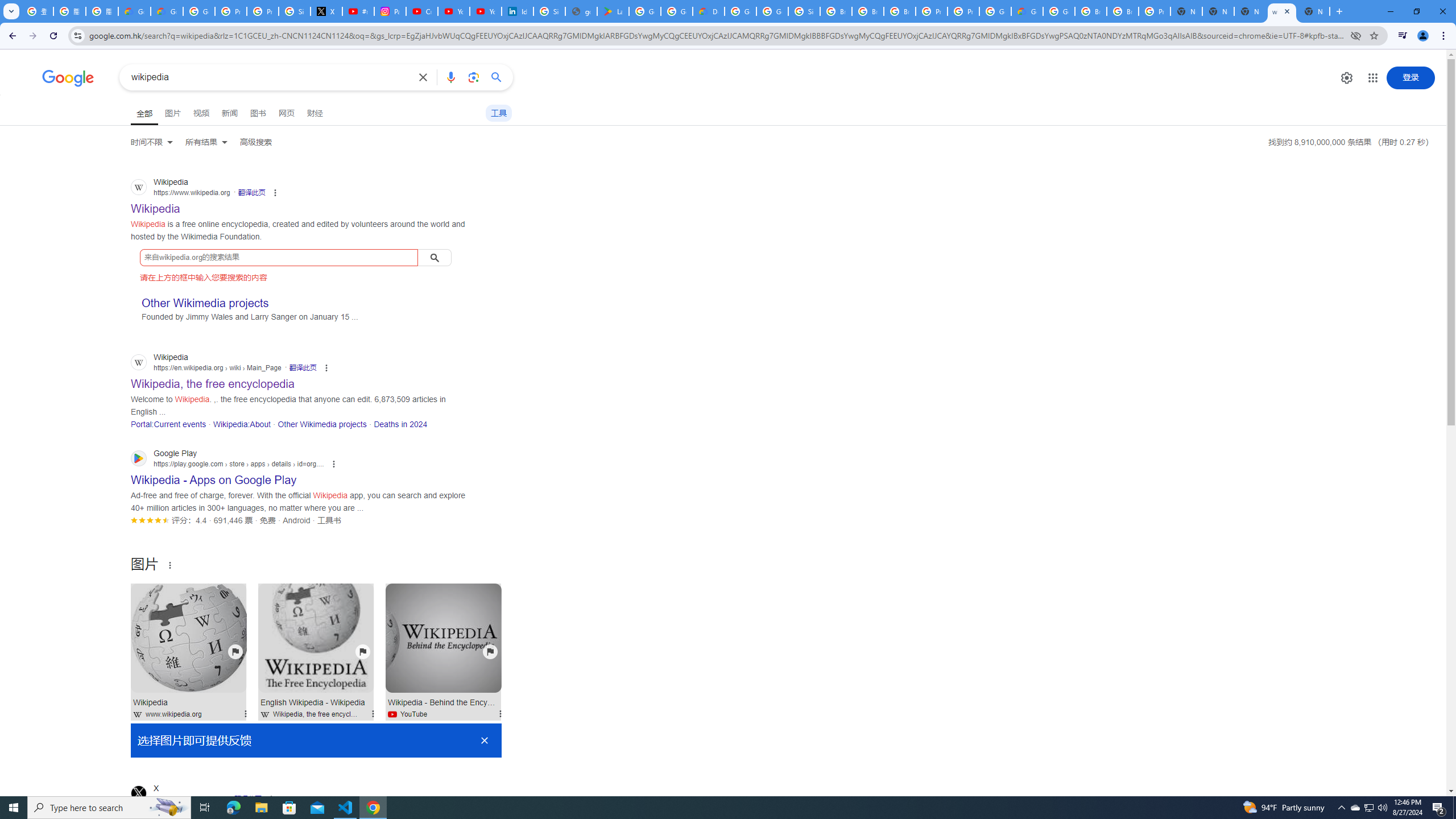  I want to click on 'Google Cloud Estimate Summary', so click(1027, 11).